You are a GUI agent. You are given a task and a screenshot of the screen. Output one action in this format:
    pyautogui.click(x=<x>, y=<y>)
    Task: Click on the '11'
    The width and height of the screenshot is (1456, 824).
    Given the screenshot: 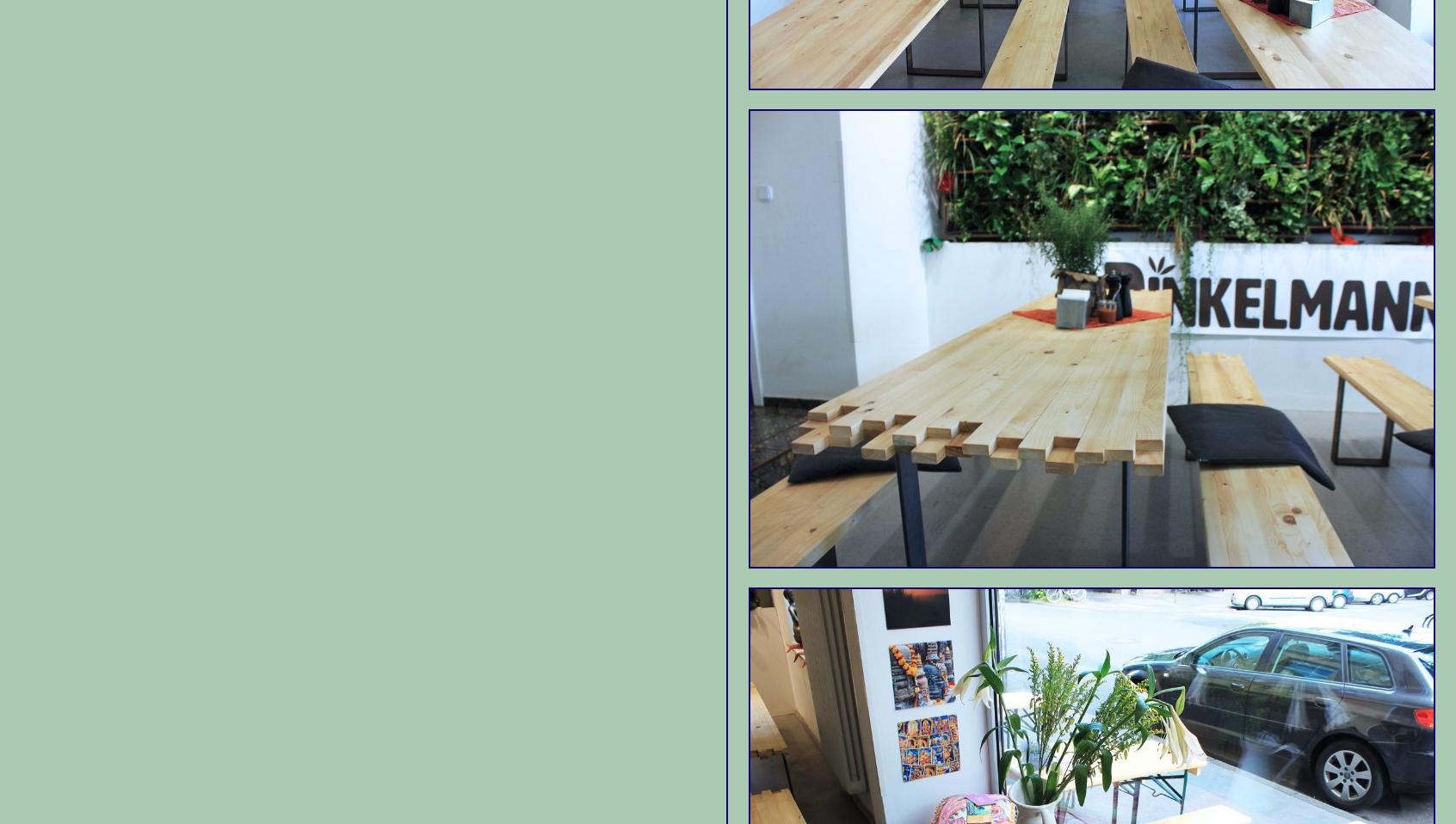 What is the action you would take?
    pyautogui.click(x=996, y=466)
    